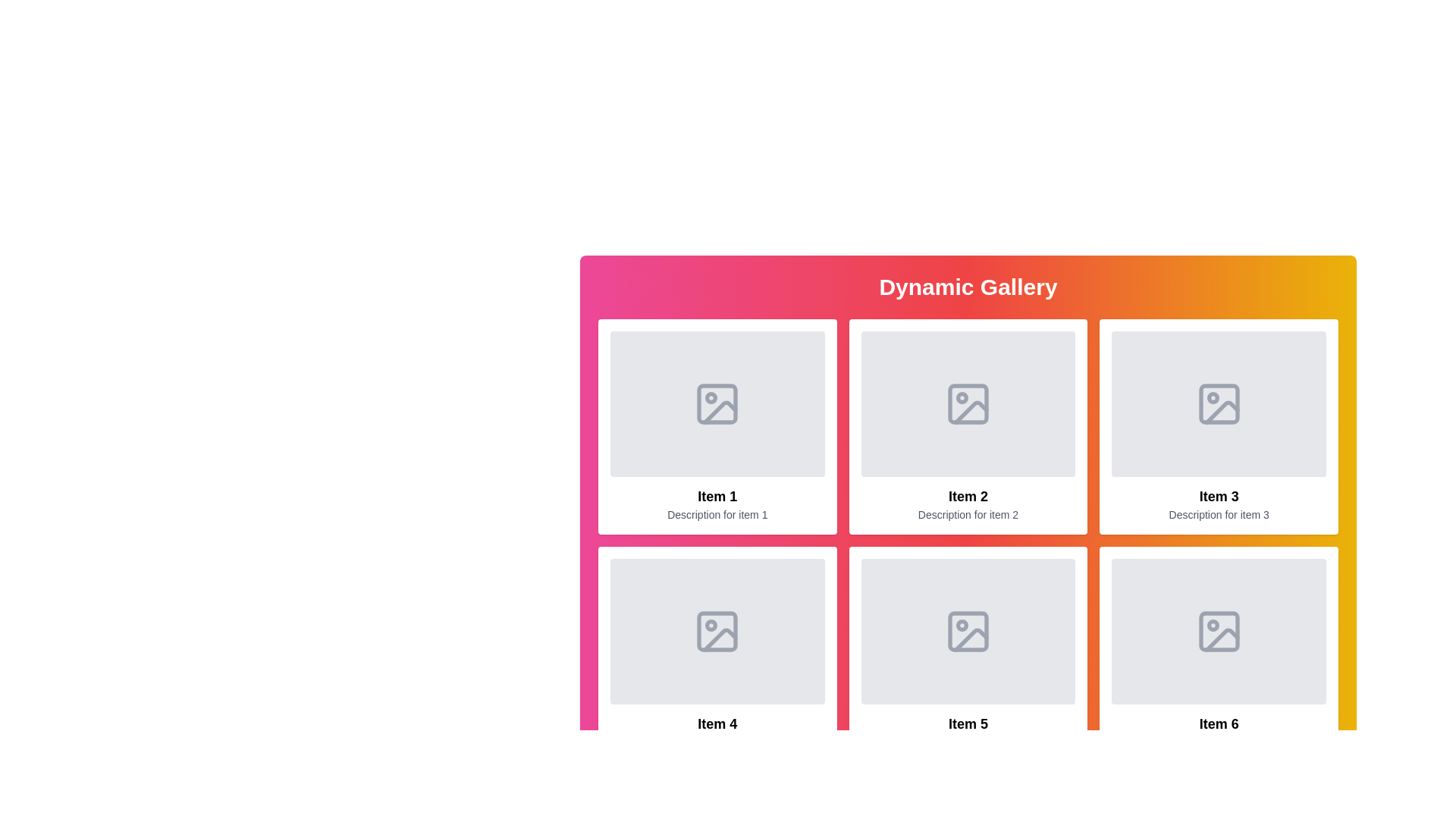 This screenshot has width=1456, height=819. What do you see at coordinates (967, 403) in the screenshot?
I see `the decorative rectangle inside the image icon of 'Item 2' in the second column of the dynamic gallery` at bounding box center [967, 403].